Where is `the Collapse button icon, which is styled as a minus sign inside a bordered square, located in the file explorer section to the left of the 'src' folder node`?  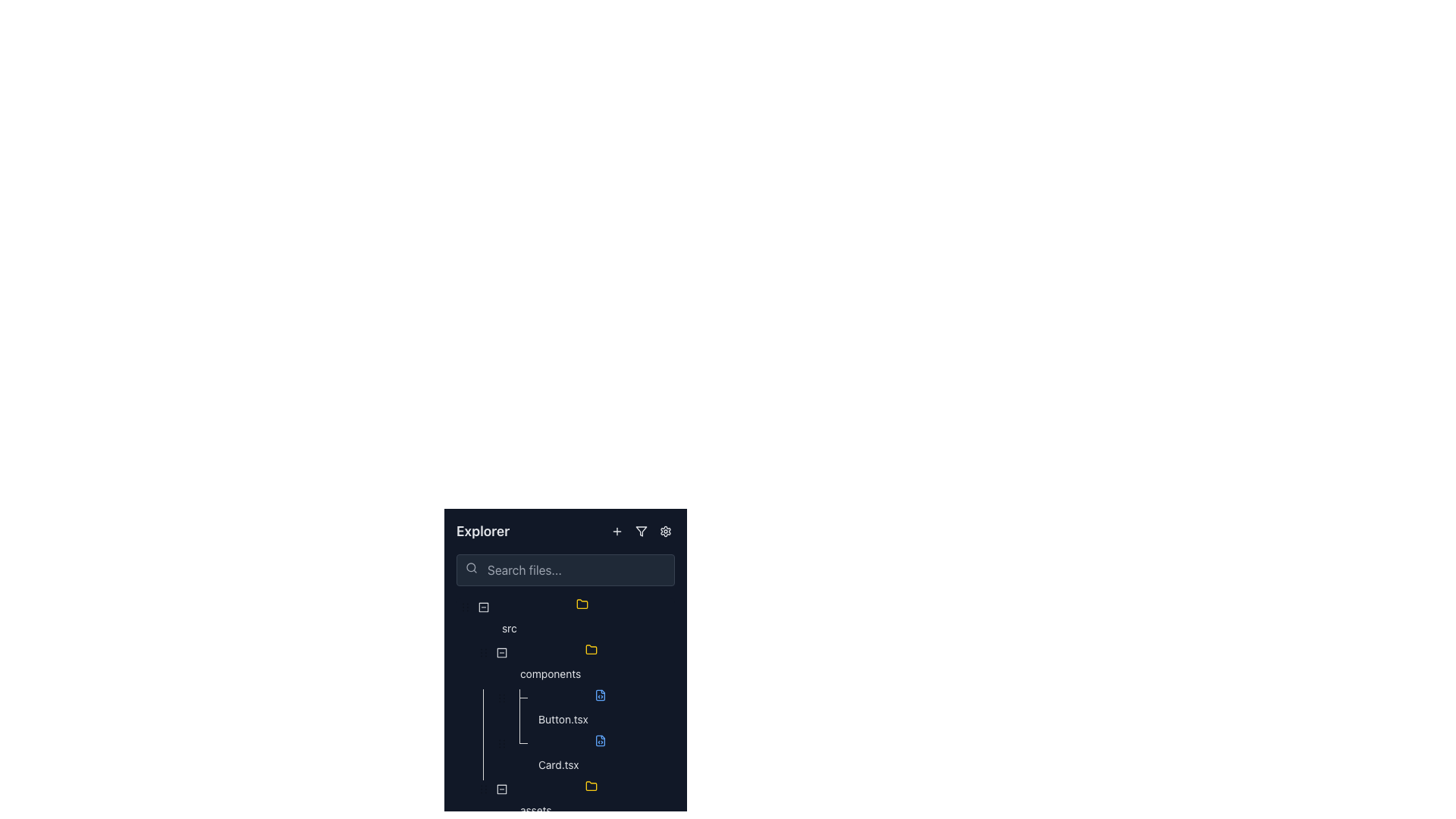
the Collapse button icon, which is styled as a minus sign inside a bordered square, located in the file explorer section to the left of the 'src' folder node is located at coordinates (483, 607).